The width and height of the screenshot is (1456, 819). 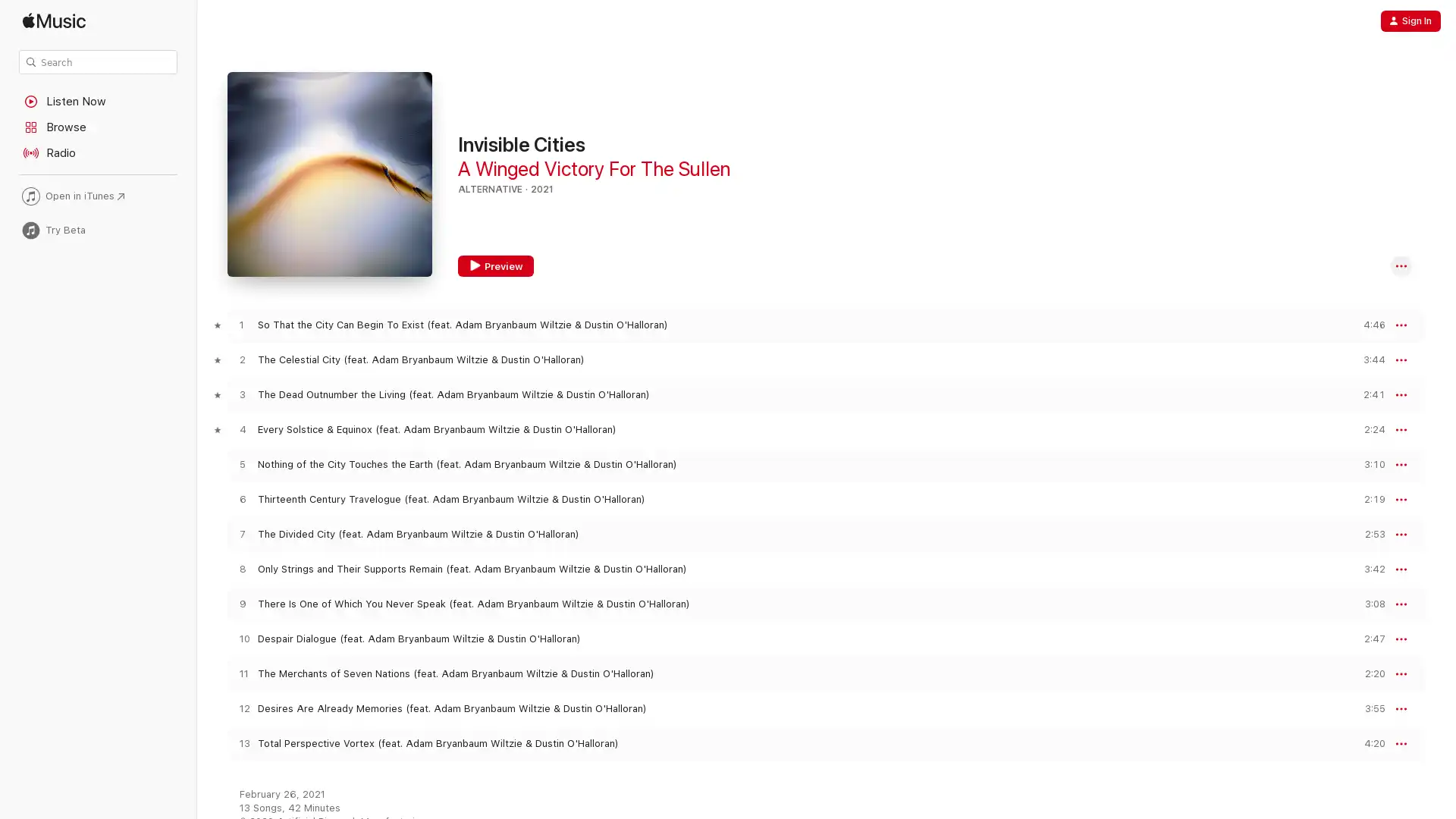 What do you see at coordinates (1401, 394) in the screenshot?
I see `More` at bounding box center [1401, 394].